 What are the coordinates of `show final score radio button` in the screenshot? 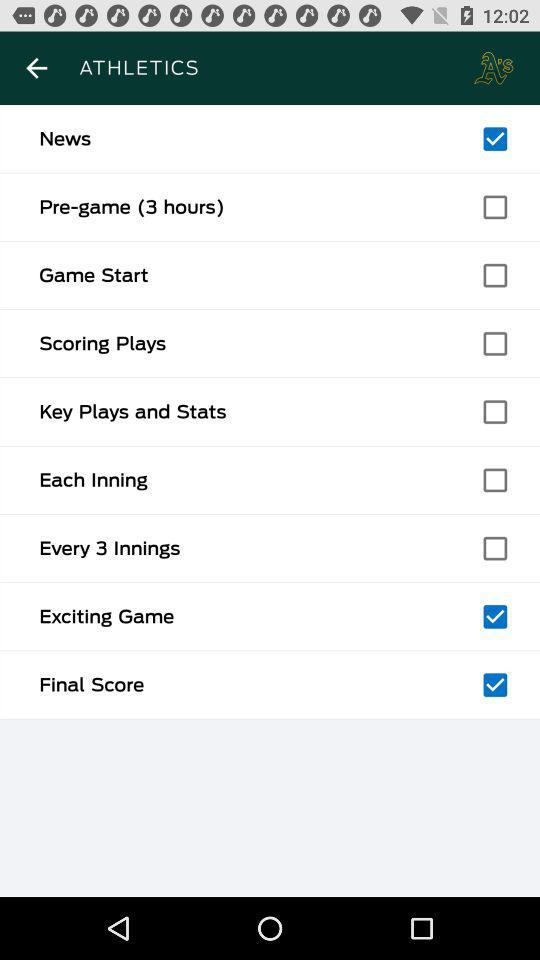 It's located at (494, 685).